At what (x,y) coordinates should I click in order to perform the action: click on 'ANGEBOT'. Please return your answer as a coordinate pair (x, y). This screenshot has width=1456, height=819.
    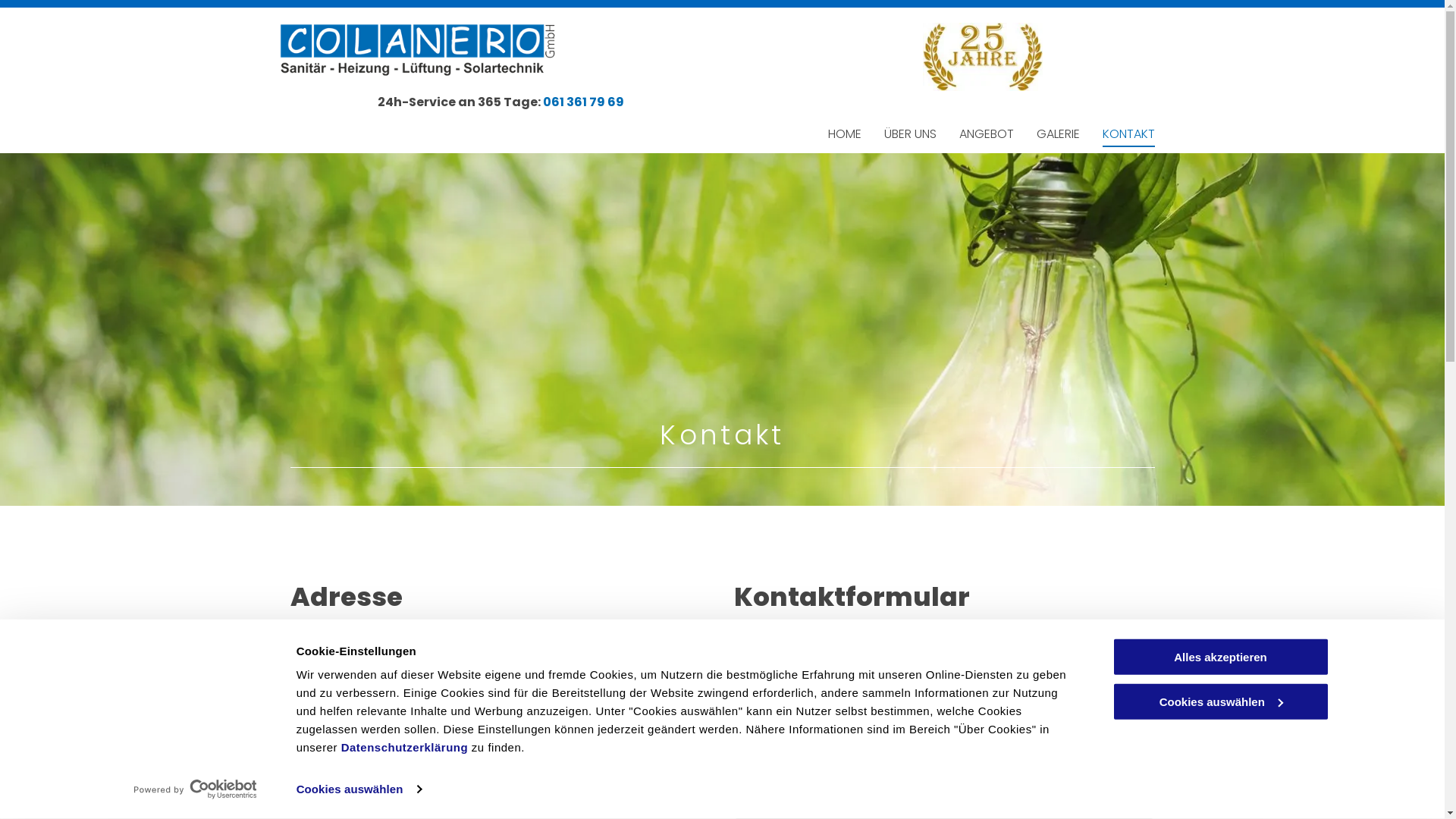
    Looking at the image, I should click on (986, 133).